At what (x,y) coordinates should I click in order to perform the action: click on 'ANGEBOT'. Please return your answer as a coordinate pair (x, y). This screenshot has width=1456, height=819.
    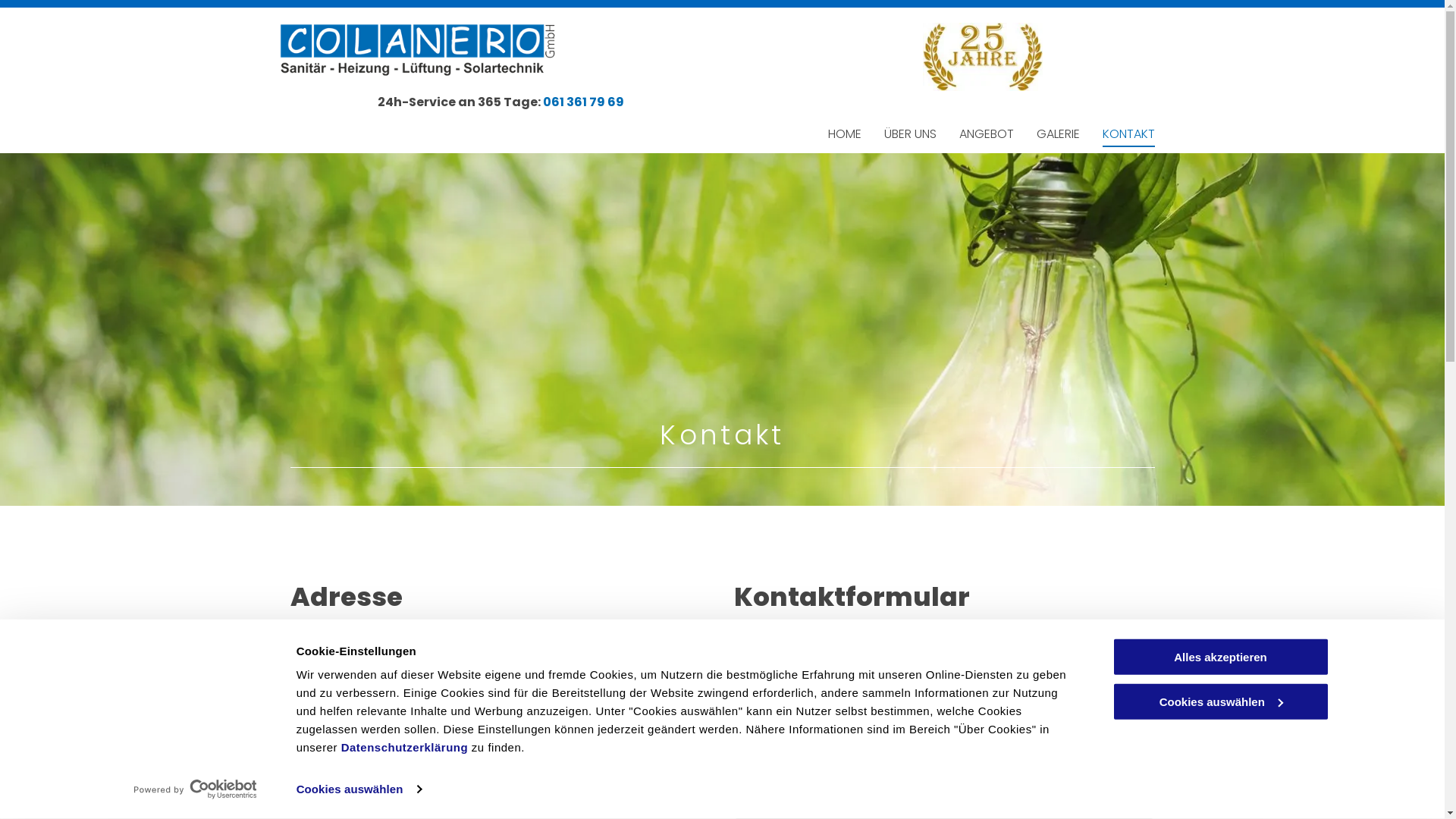
    Looking at the image, I should click on (986, 133).